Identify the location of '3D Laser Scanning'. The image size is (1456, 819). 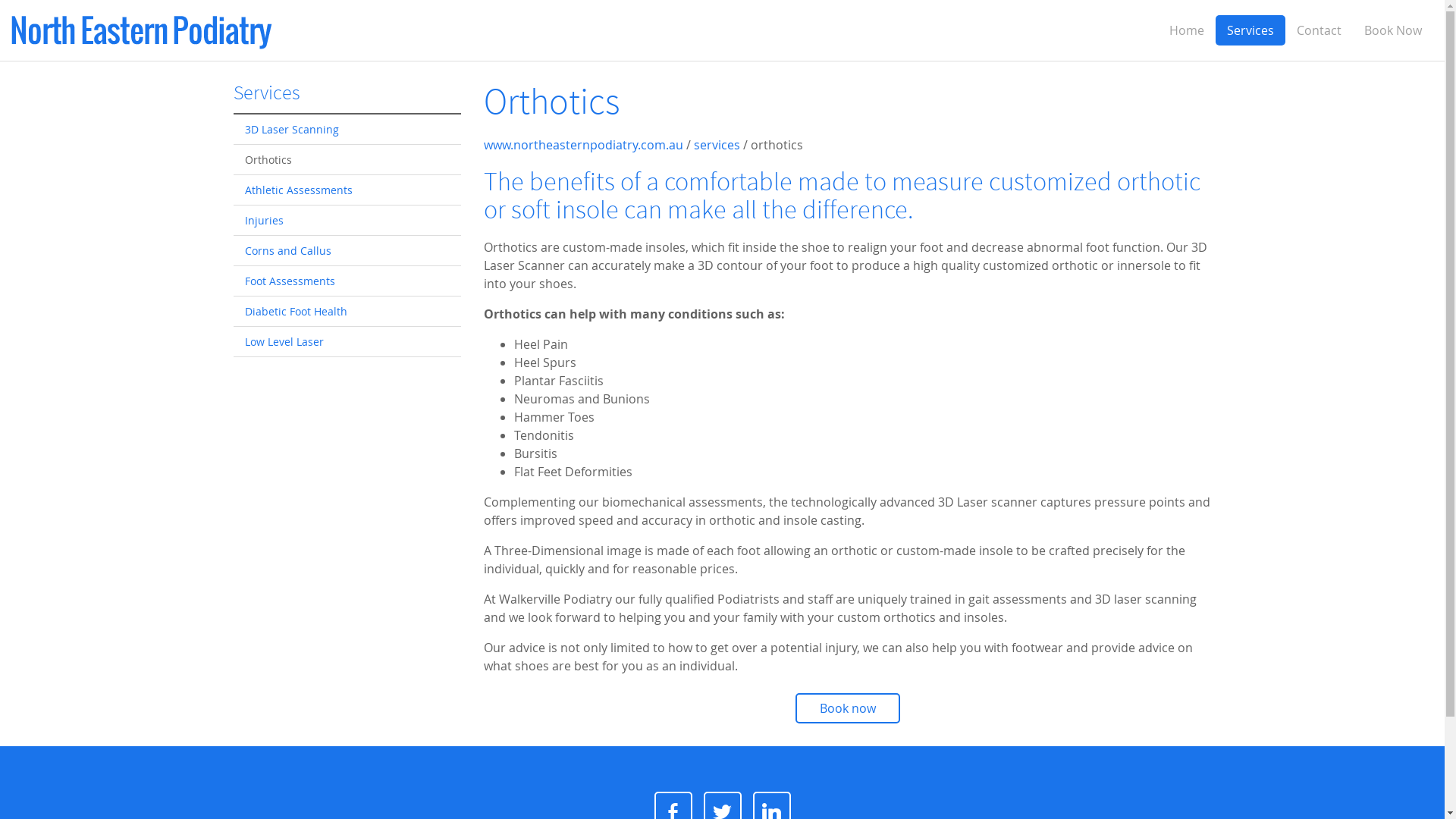
(346, 128).